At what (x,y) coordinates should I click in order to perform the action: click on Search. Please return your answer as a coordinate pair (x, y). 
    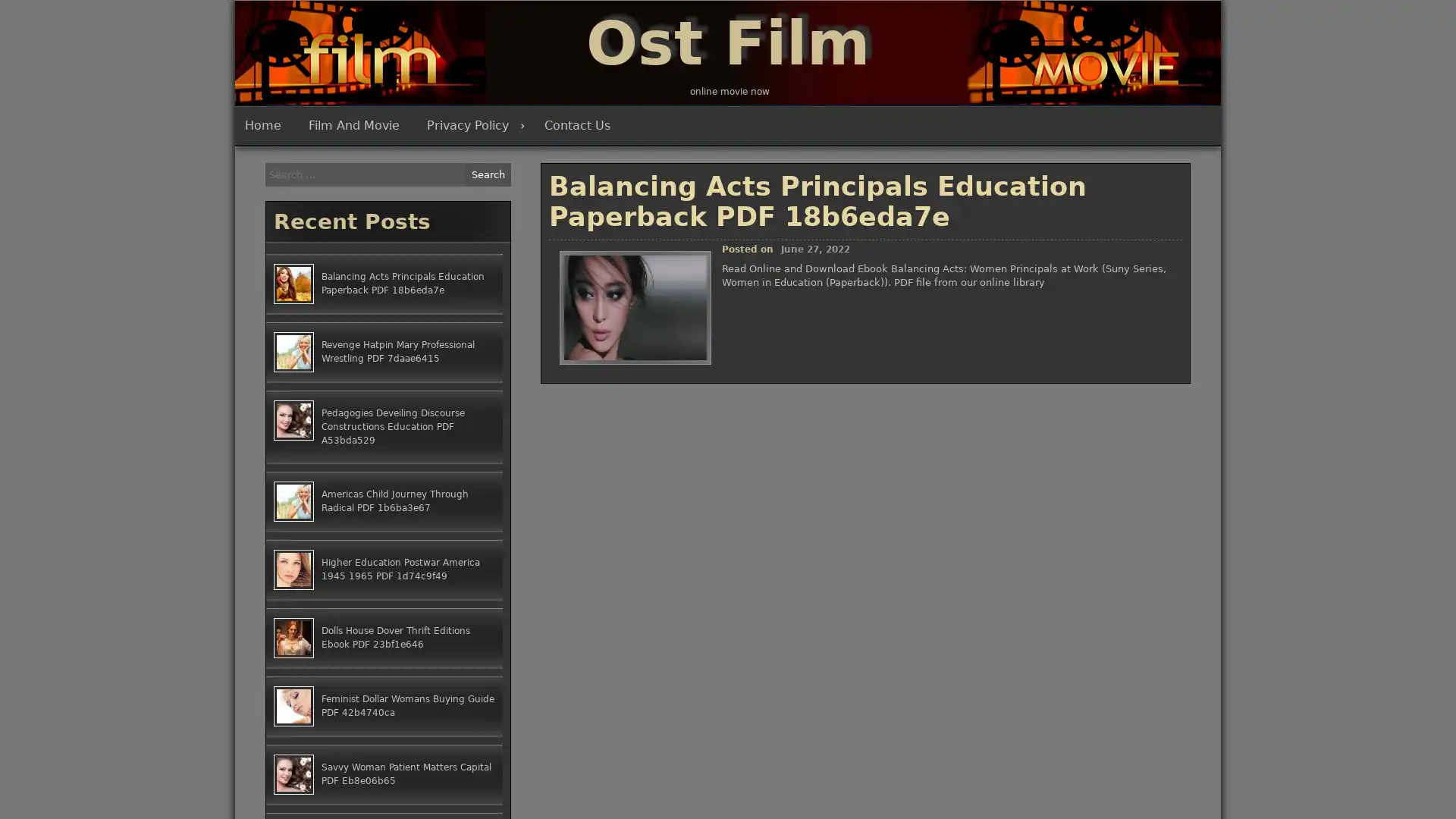
    Looking at the image, I should click on (488, 174).